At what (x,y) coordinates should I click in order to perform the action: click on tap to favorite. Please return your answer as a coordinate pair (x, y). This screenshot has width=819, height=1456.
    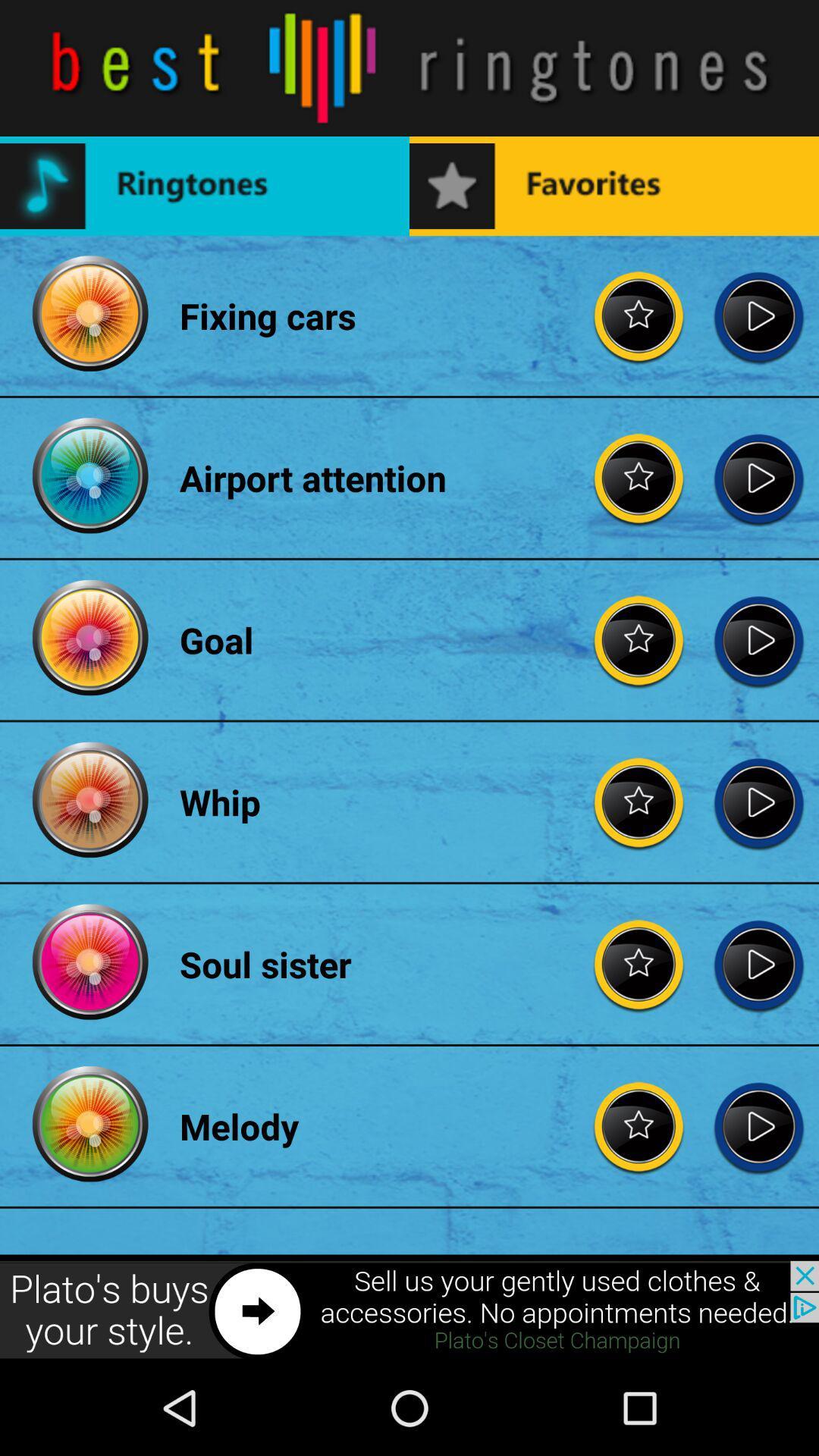
    Looking at the image, I should click on (639, 801).